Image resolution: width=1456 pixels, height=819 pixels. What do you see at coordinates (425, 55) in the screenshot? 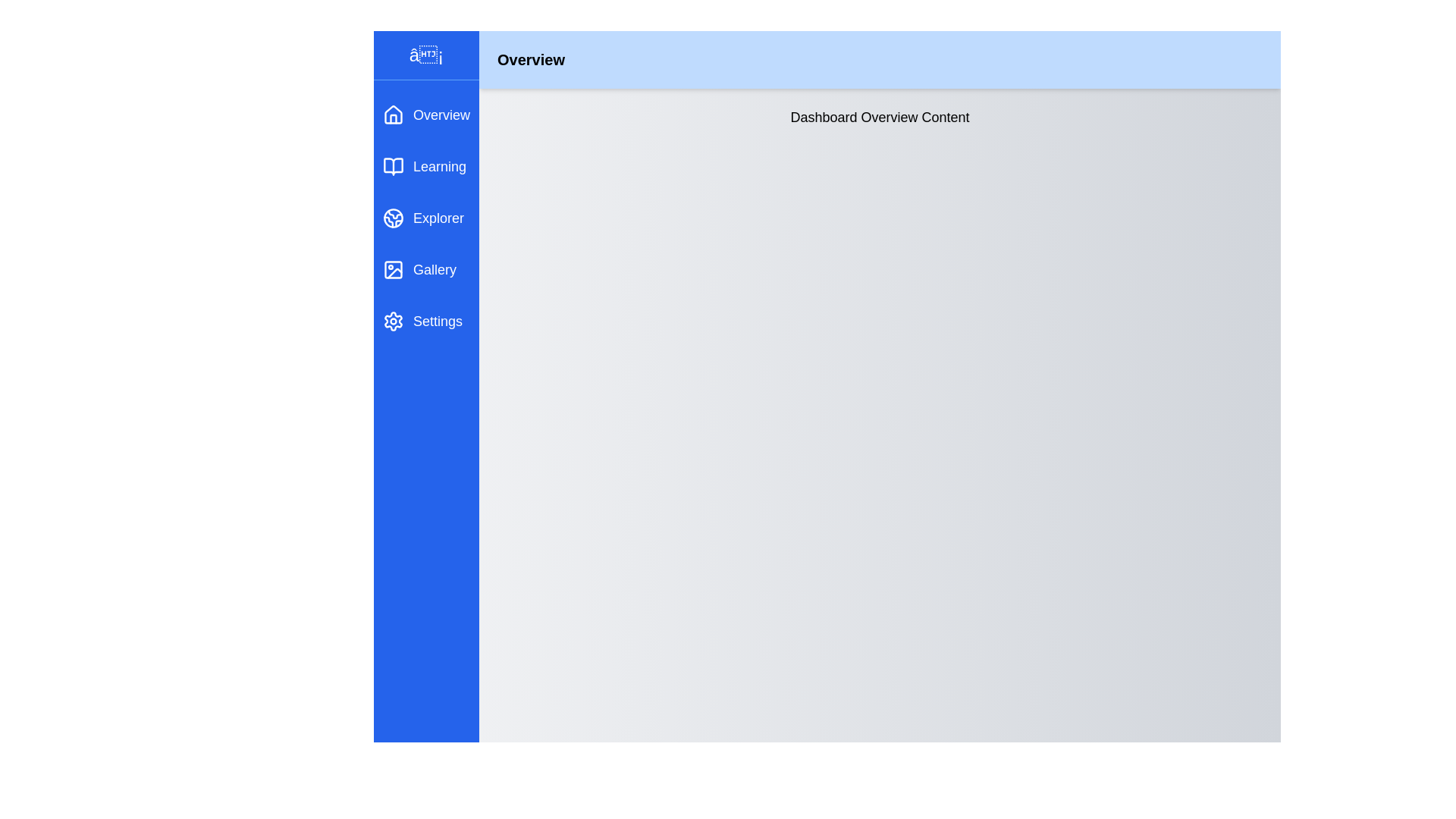
I see `the button with the large font symbol resembling 'â', '≡', and 'i' located in the vertical blue sidebar at the top, which is the first interactive component above the menu items` at bounding box center [425, 55].